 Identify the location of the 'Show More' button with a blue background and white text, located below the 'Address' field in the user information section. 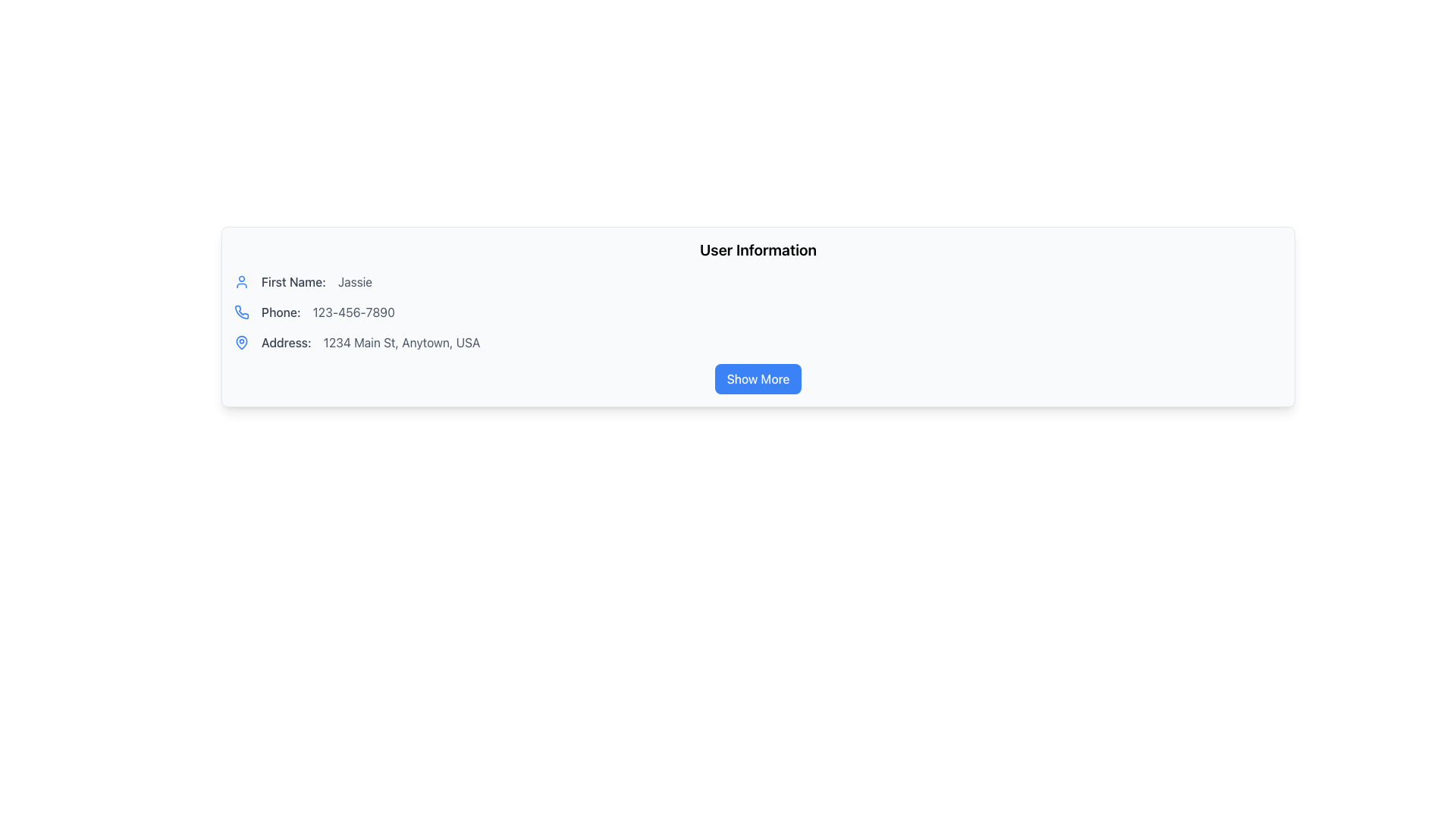
(758, 378).